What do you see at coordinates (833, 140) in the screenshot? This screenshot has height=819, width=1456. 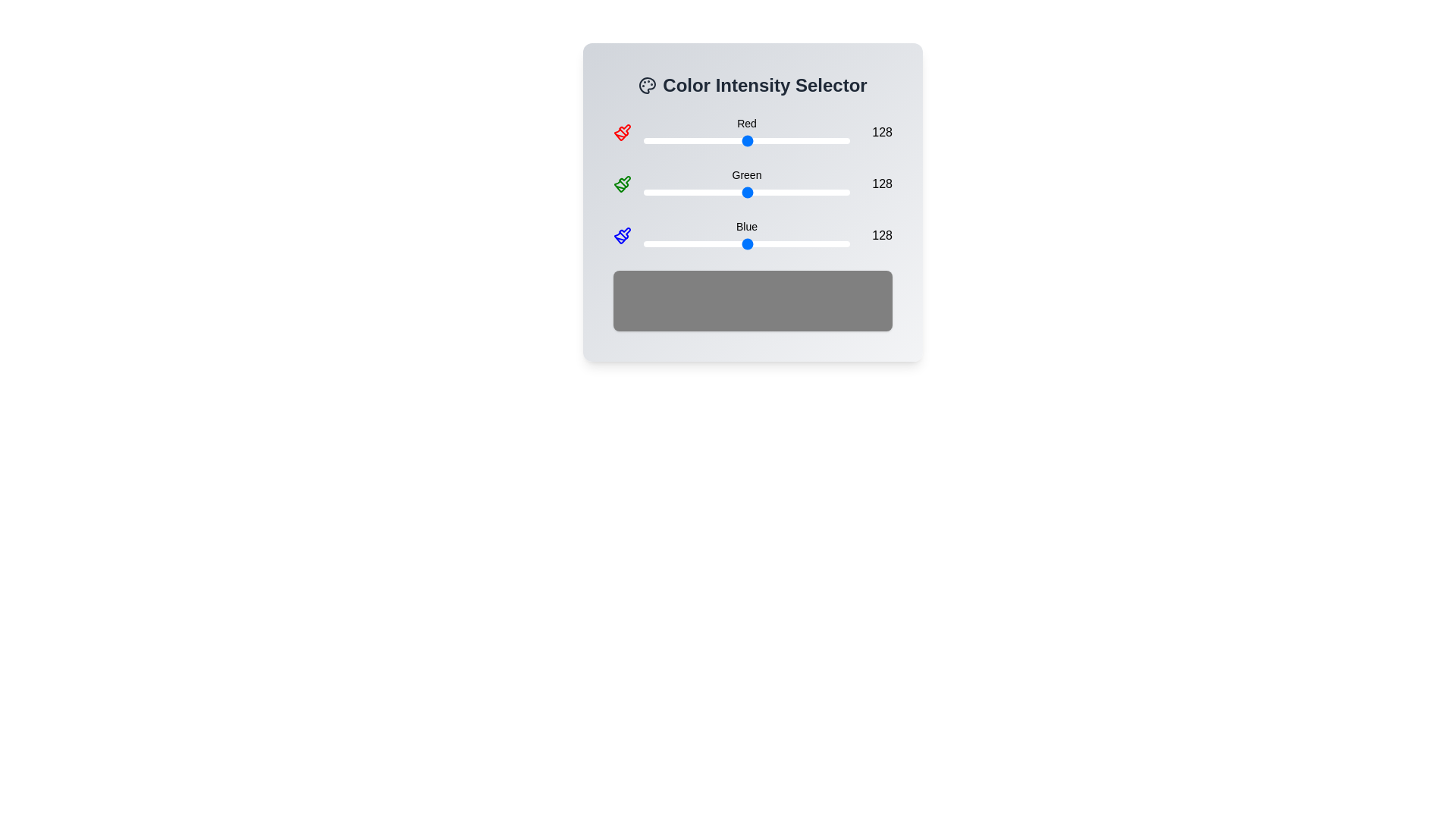 I see `the red intensity` at bounding box center [833, 140].